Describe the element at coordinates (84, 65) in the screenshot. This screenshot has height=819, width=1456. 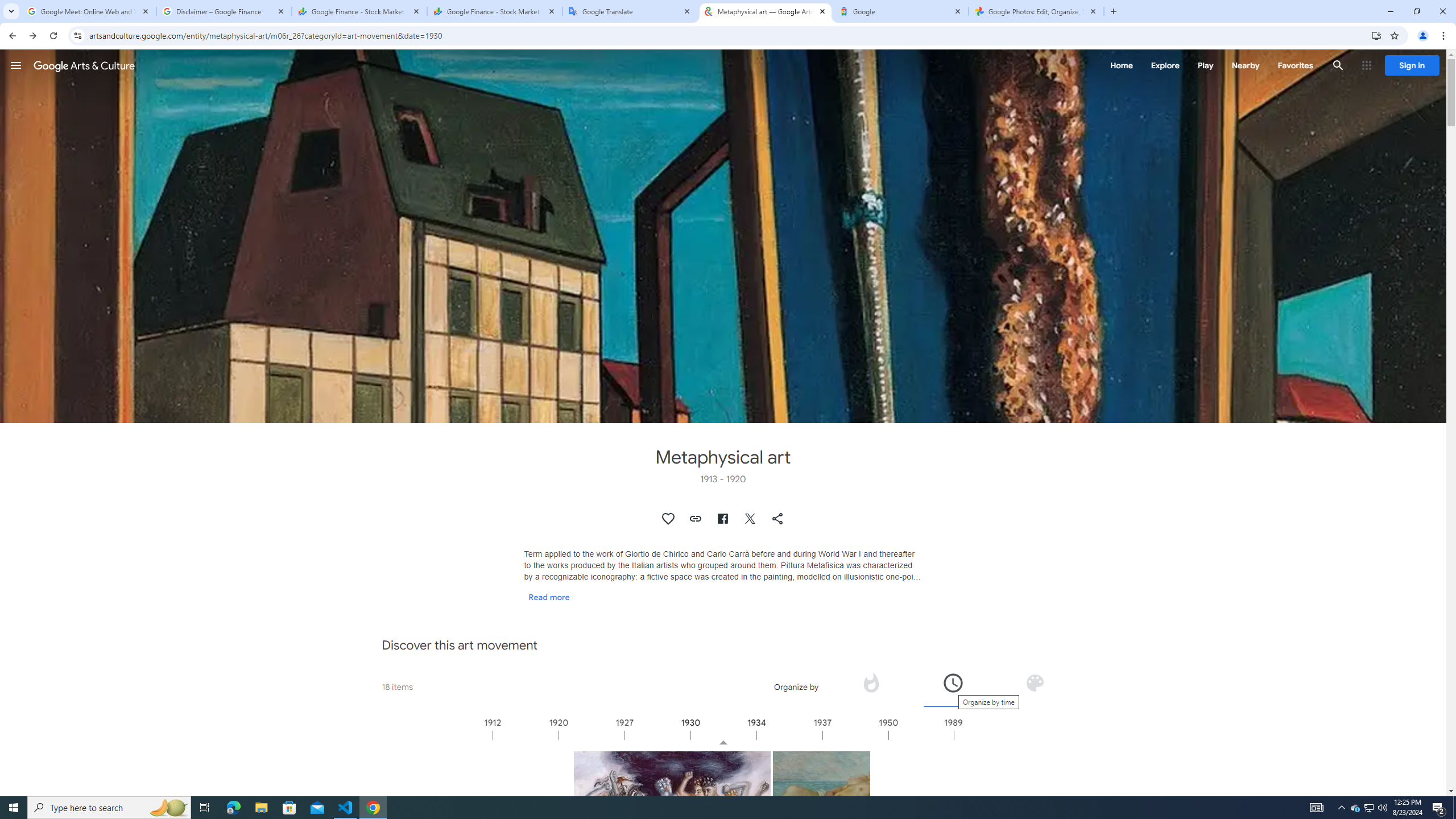
I see `'Google Arts & Culture'` at that location.